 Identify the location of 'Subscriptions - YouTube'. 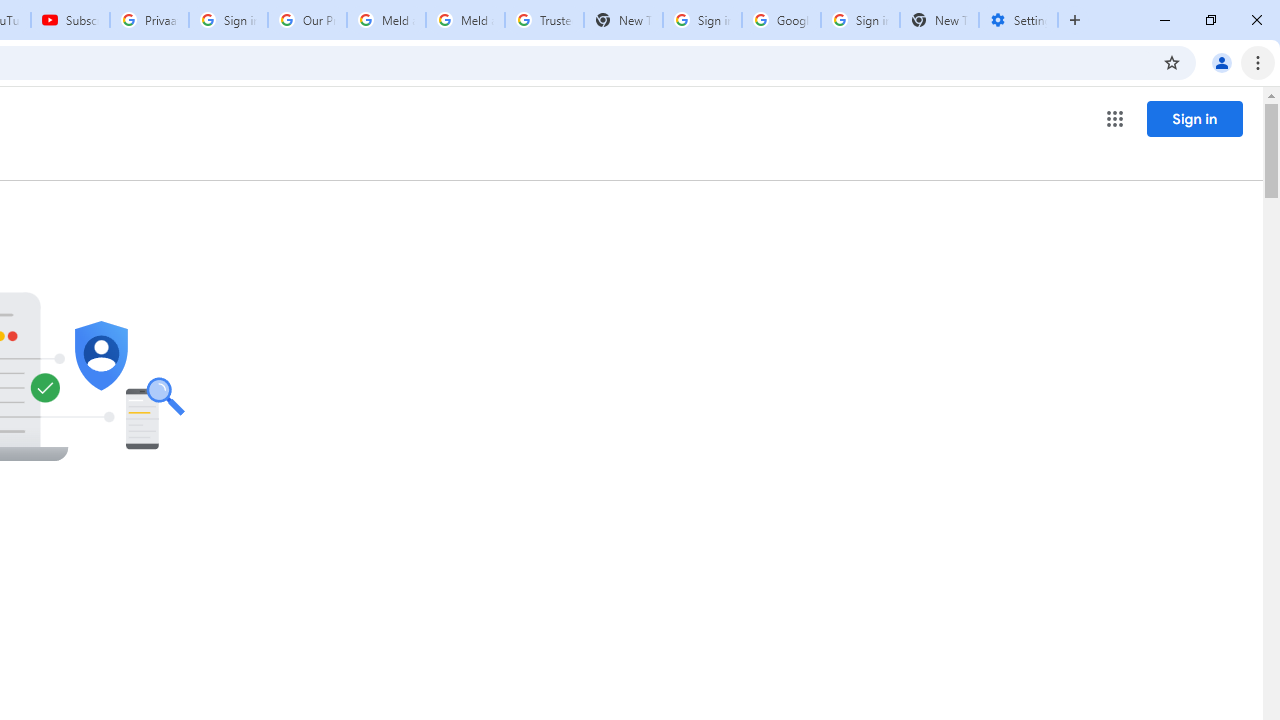
(70, 20).